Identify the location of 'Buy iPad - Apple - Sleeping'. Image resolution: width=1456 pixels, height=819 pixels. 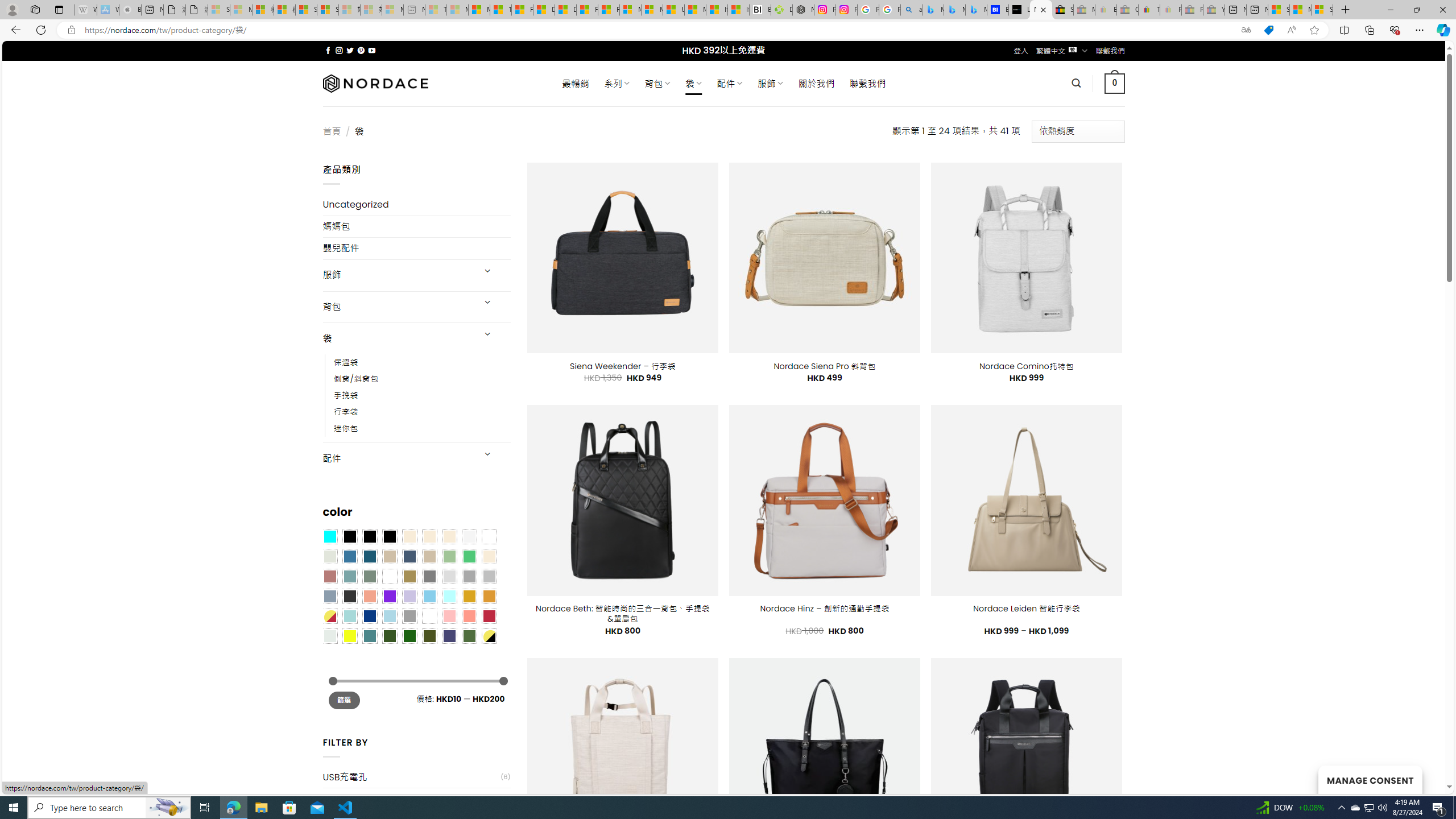
(130, 9).